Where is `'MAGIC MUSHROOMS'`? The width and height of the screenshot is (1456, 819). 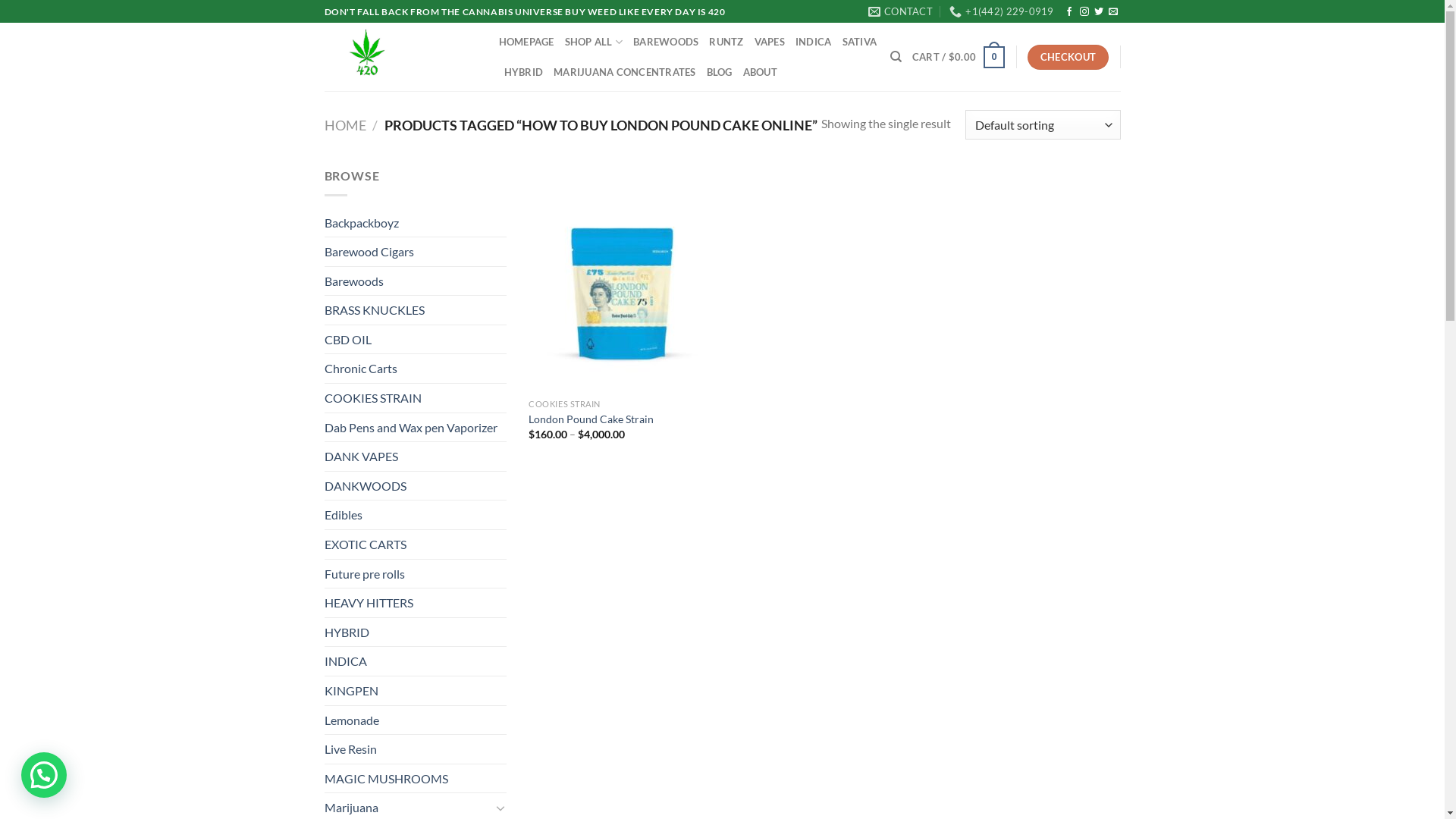 'MAGIC MUSHROOMS' is located at coordinates (415, 778).